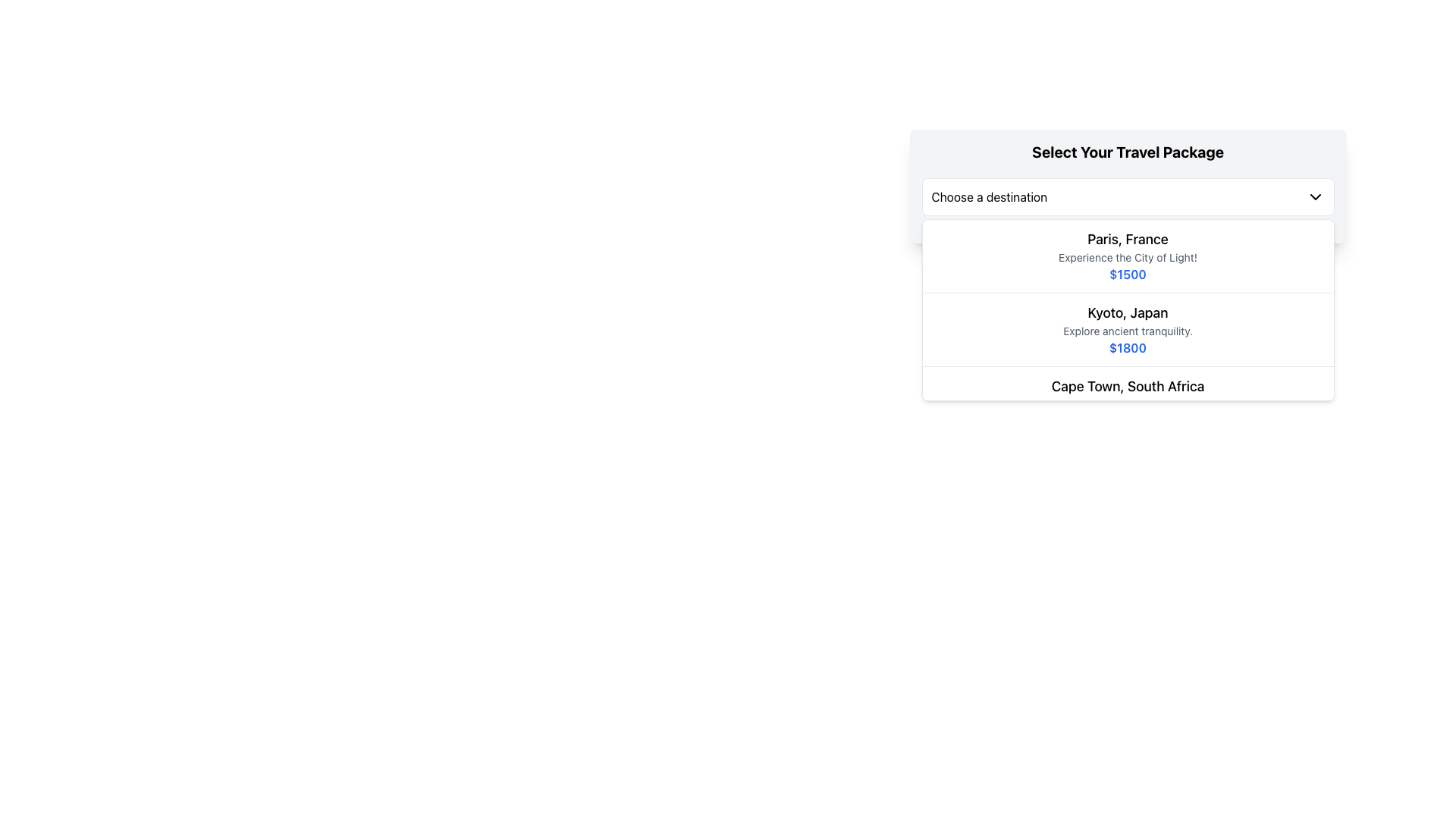 This screenshot has height=819, width=1456. What do you see at coordinates (1128, 196) in the screenshot?
I see `the dropdown menu labeled 'Choose a destination'` at bounding box center [1128, 196].